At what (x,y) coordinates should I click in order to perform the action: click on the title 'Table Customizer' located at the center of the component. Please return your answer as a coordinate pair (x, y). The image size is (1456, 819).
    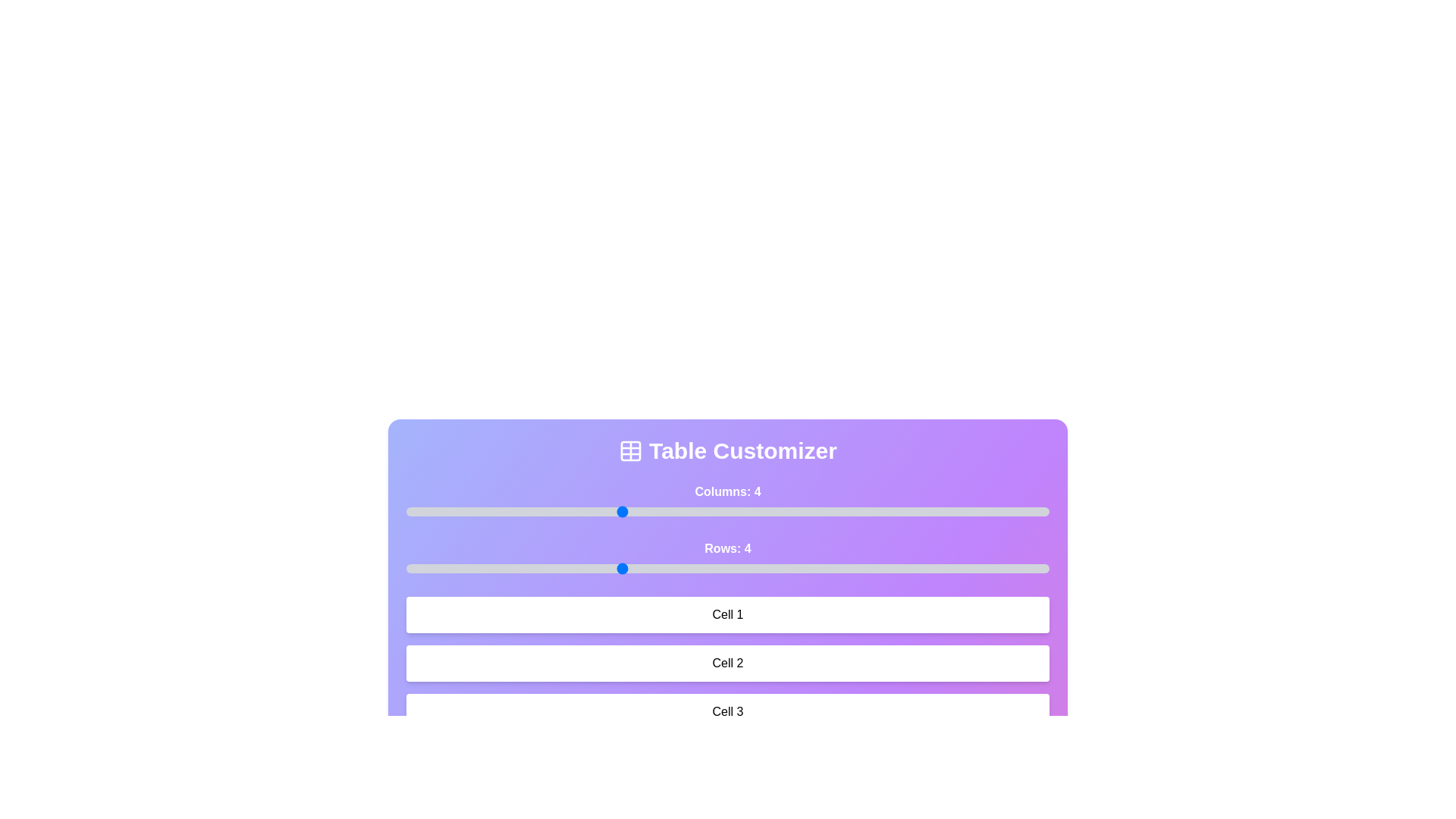
    Looking at the image, I should click on (728, 450).